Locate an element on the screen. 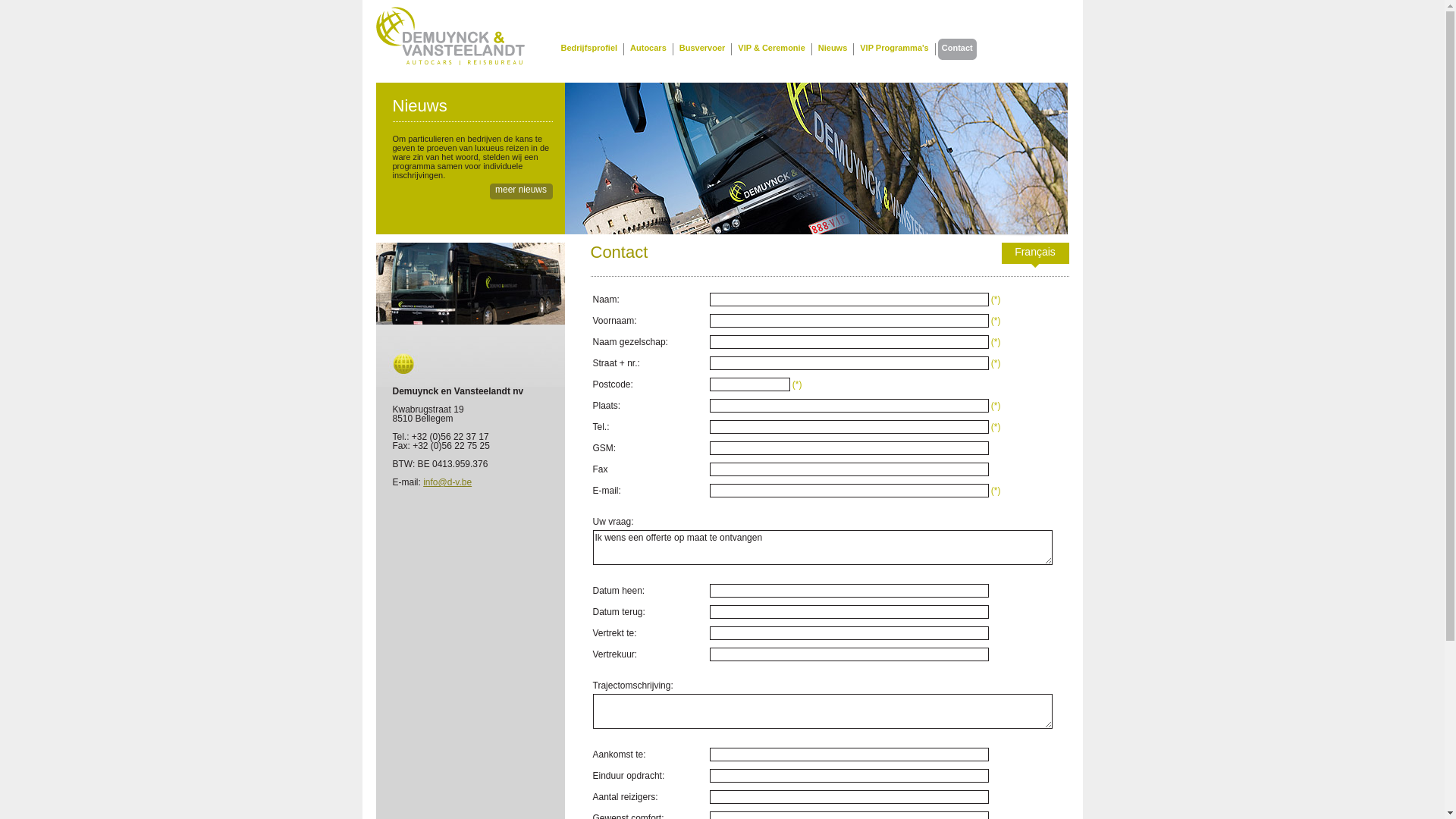 This screenshot has height=819, width=1456. 'Bedrijfsprofiel' is located at coordinates (588, 49).